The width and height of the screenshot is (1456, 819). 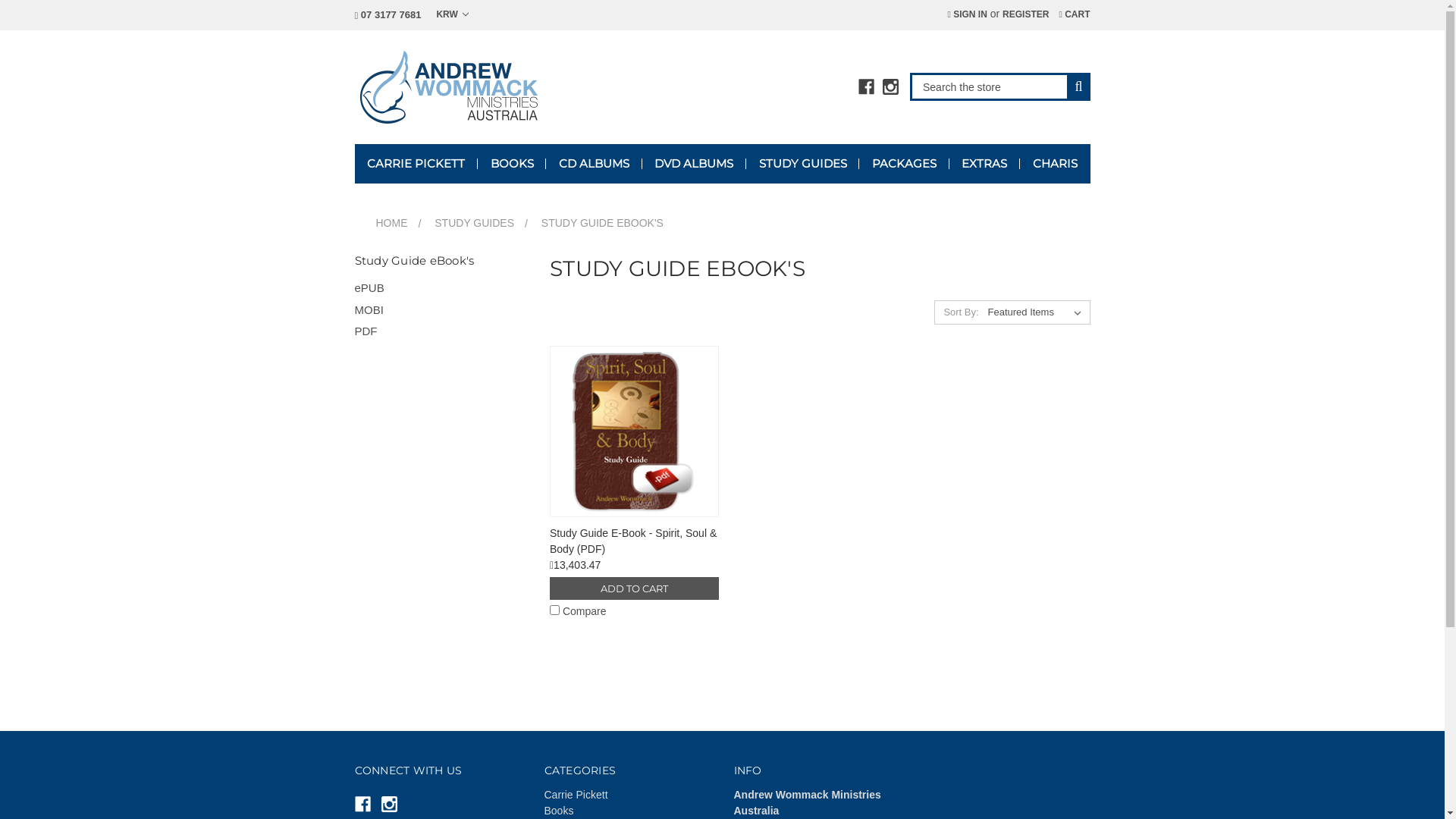 What do you see at coordinates (634, 587) in the screenshot?
I see `'ADD TO CART'` at bounding box center [634, 587].